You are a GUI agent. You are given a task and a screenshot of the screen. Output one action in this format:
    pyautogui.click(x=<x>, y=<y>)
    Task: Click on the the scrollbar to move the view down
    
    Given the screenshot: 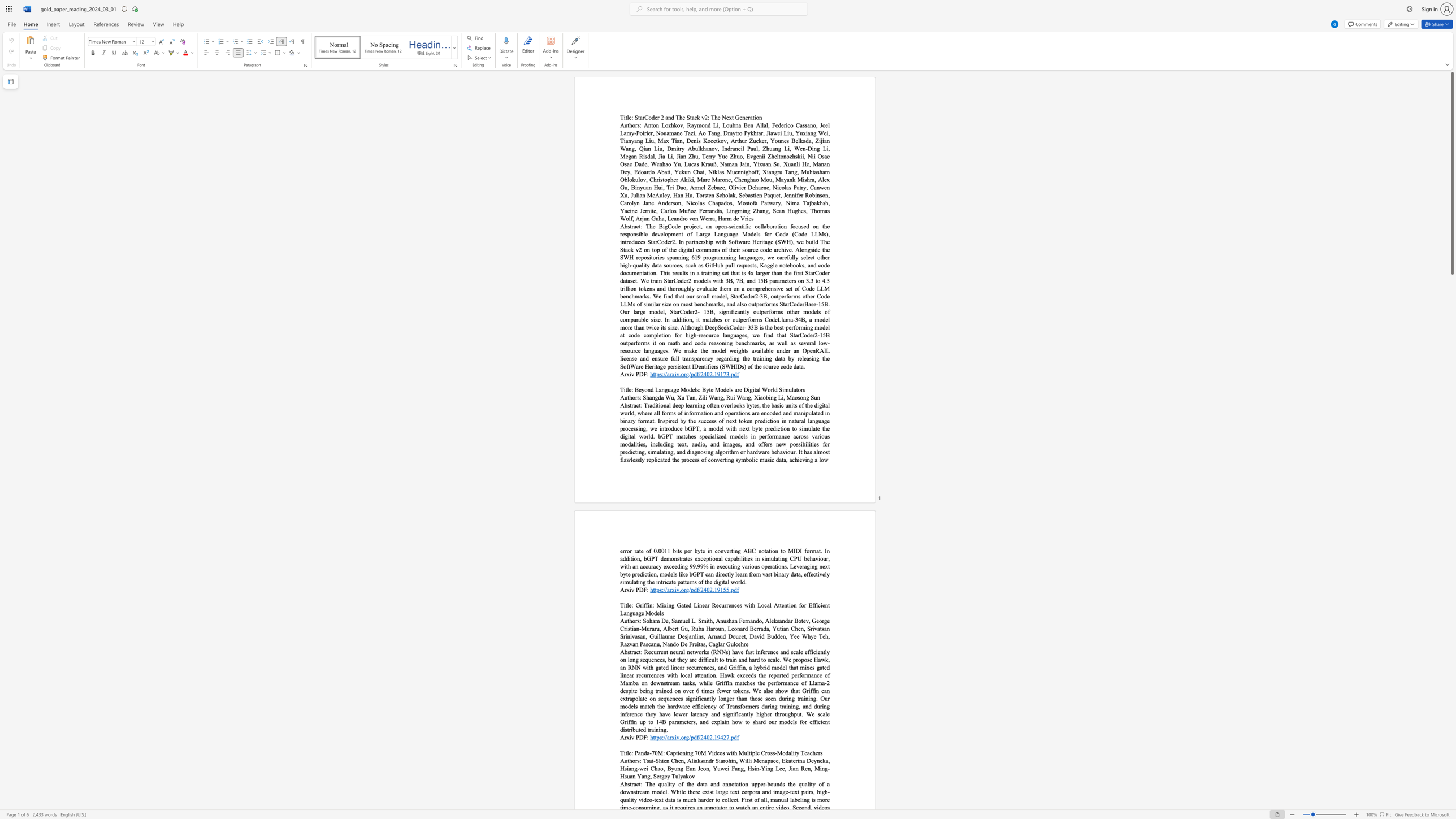 What is the action you would take?
    pyautogui.click(x=1451, y=512)
    